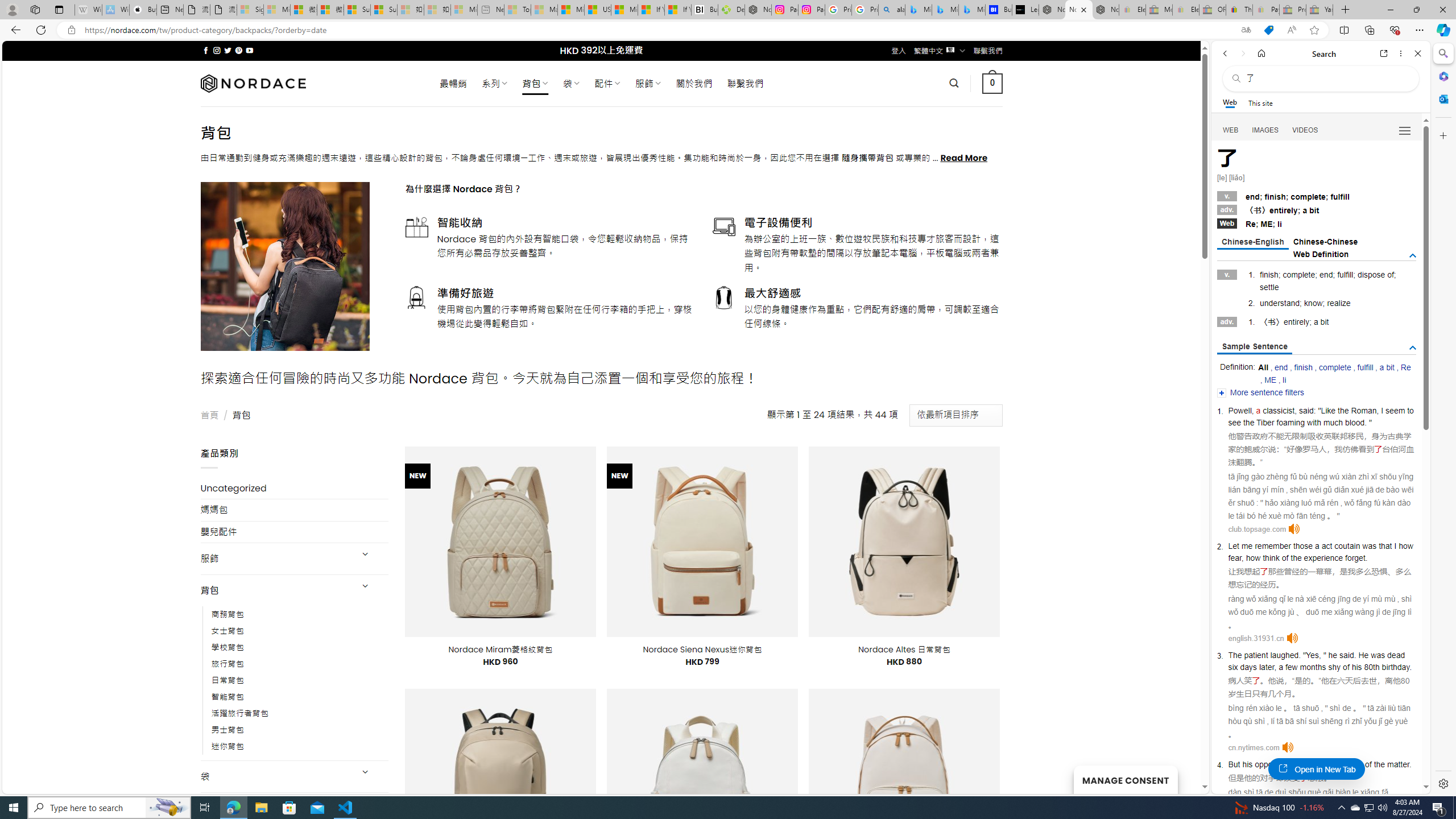 The image size is (1456, 819). What do you see at coordinates (1292, 9) in the screenshot?
I see `'Press Room - eBay Inc. - Sleeping'` at bounding box center [1292, 9].